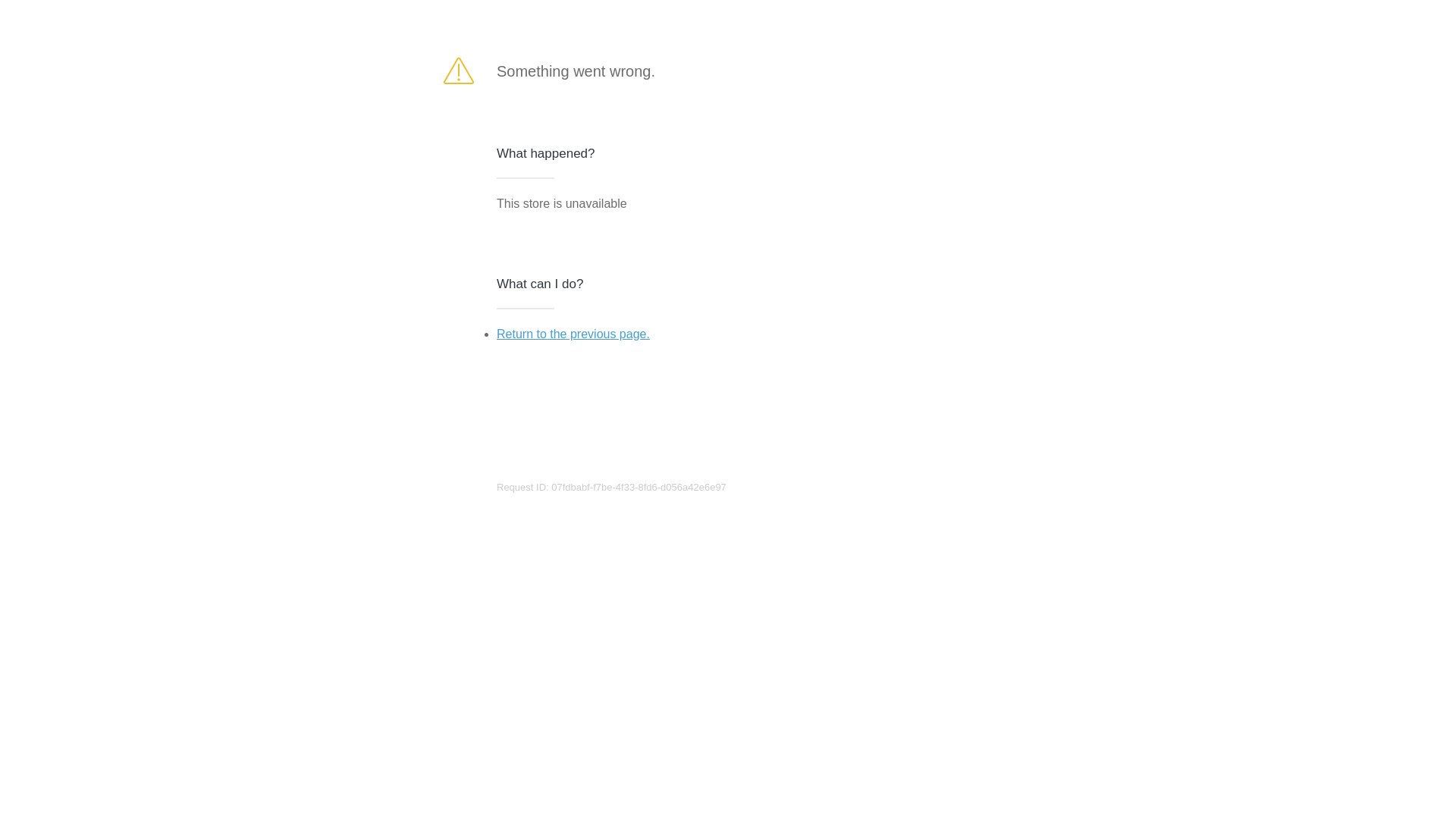 The width and height of the screenshot is (1456, 819). What do you see at coordinates (496, 333) in the screenshot?
I see `'Return to the previous page.'` at bounding box center [496, 333].